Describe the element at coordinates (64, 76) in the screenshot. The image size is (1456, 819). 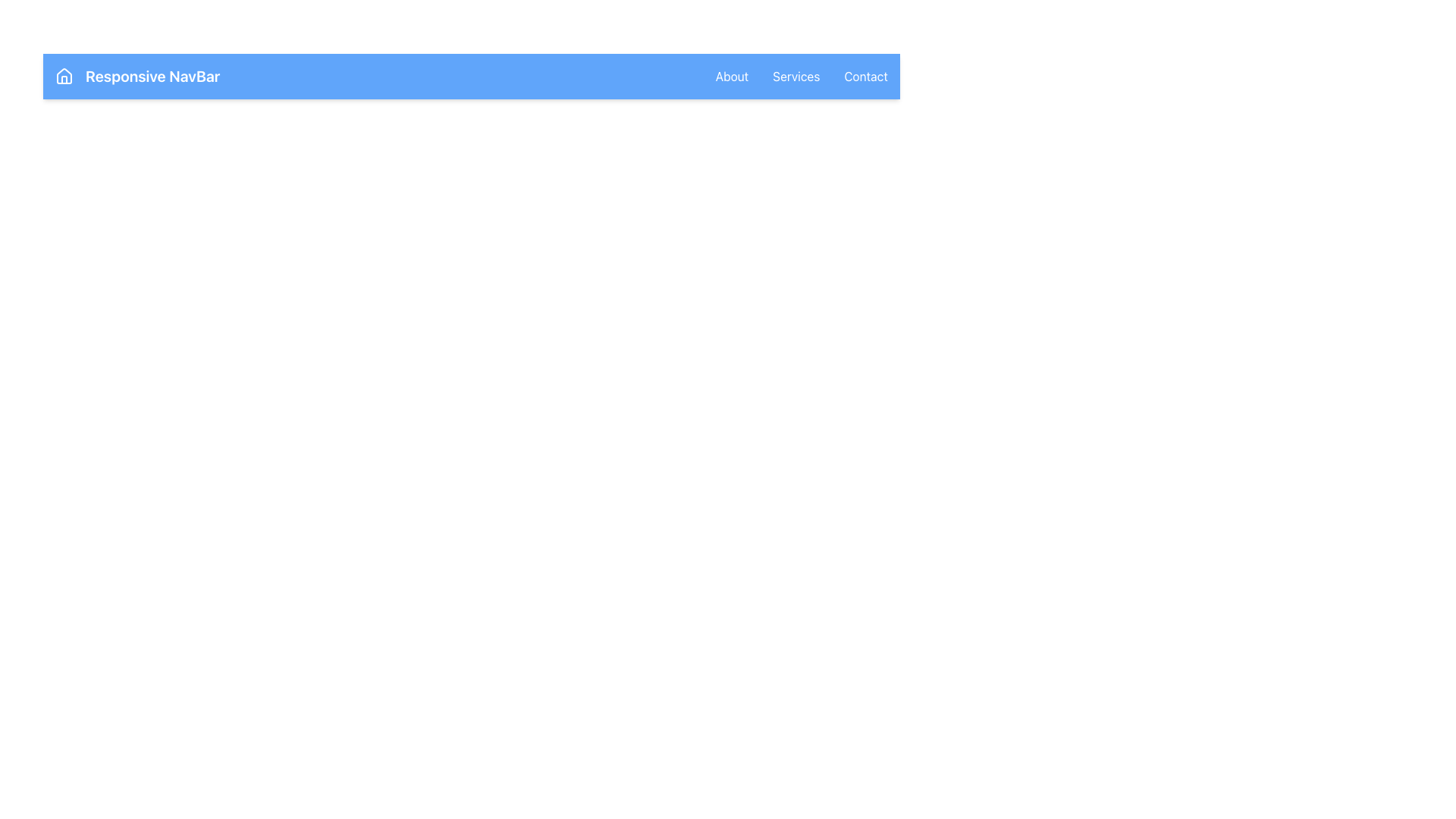
I see `the stylized house icon located in the leftmost position of the navigation bar, adjacent to the 'Responsive NavBar' text` at that location.